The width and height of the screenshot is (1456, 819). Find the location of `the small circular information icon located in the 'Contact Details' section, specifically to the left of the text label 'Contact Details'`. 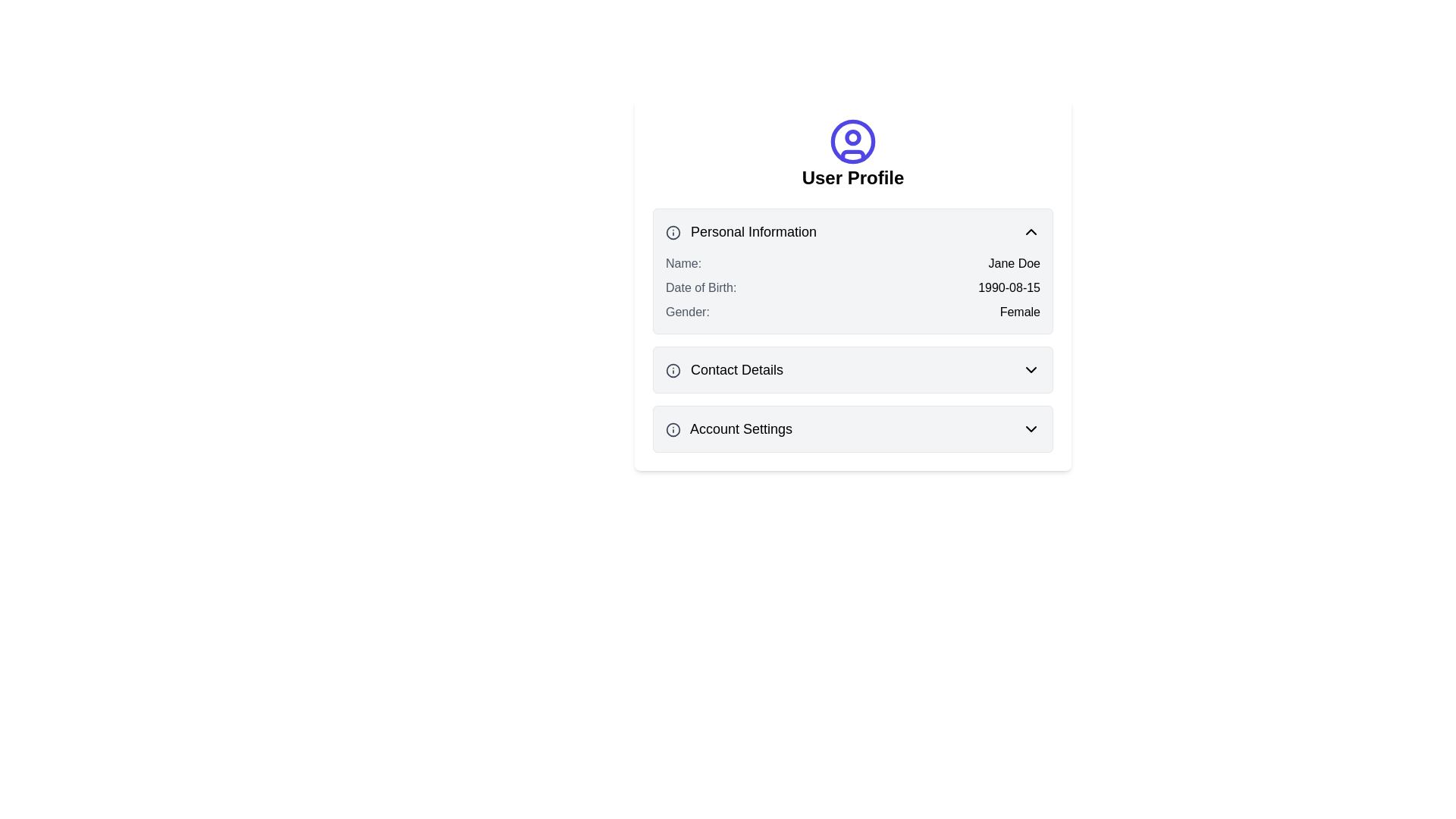

the small circular information icon located in the 'Contact Details' section, specifically to the left of the text label 'Contact Details' is located at coordinates (673, 371).